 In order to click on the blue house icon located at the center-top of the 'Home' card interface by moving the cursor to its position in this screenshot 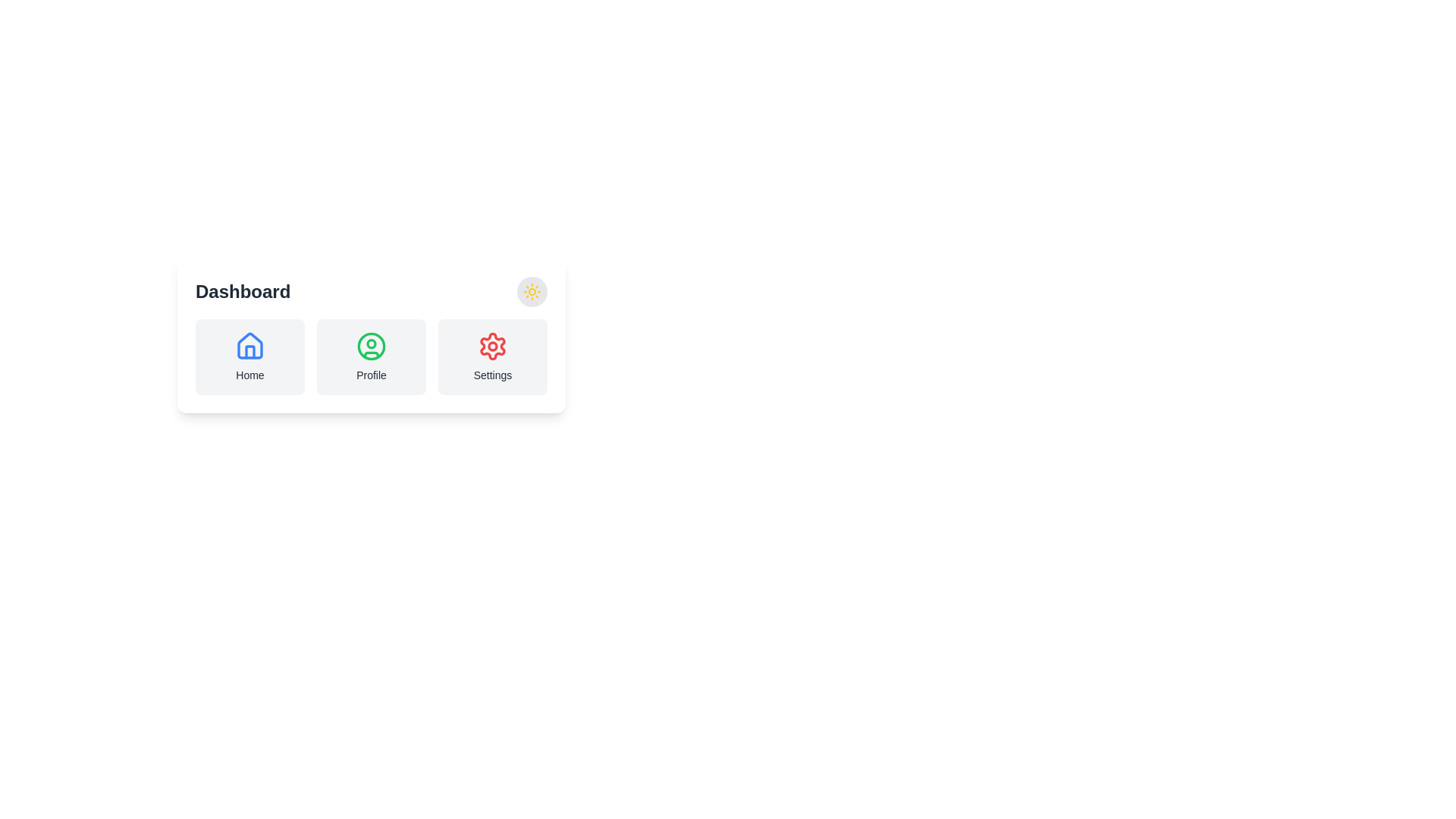, I will do `click(250, 346)`.